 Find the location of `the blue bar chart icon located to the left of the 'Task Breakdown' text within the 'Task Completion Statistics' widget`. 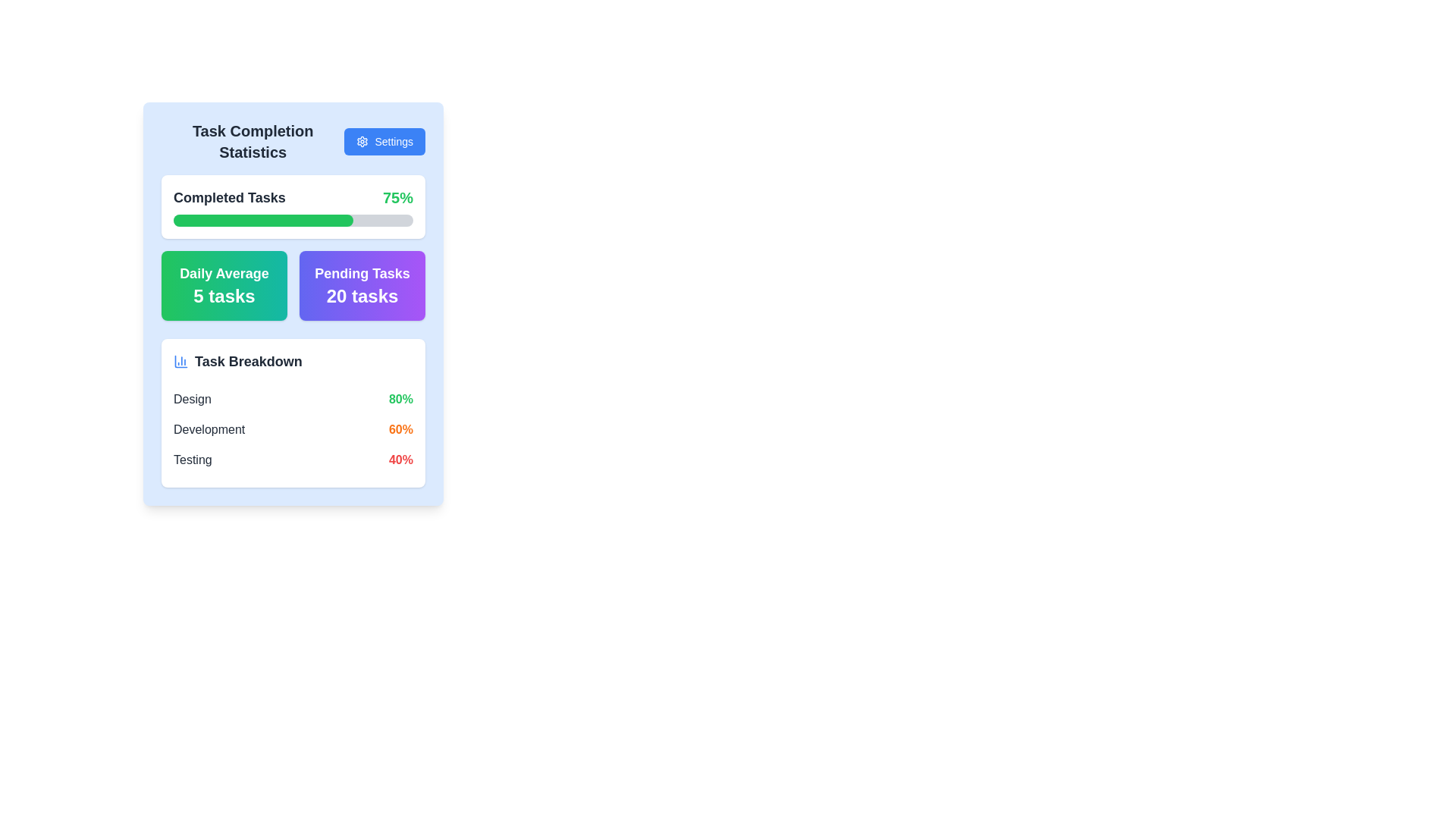

the blue bar chart icon located to the left of the 'Task Breakdown' text within the 'Task Completion Statistics' widget is located at coordinates (181, 362).